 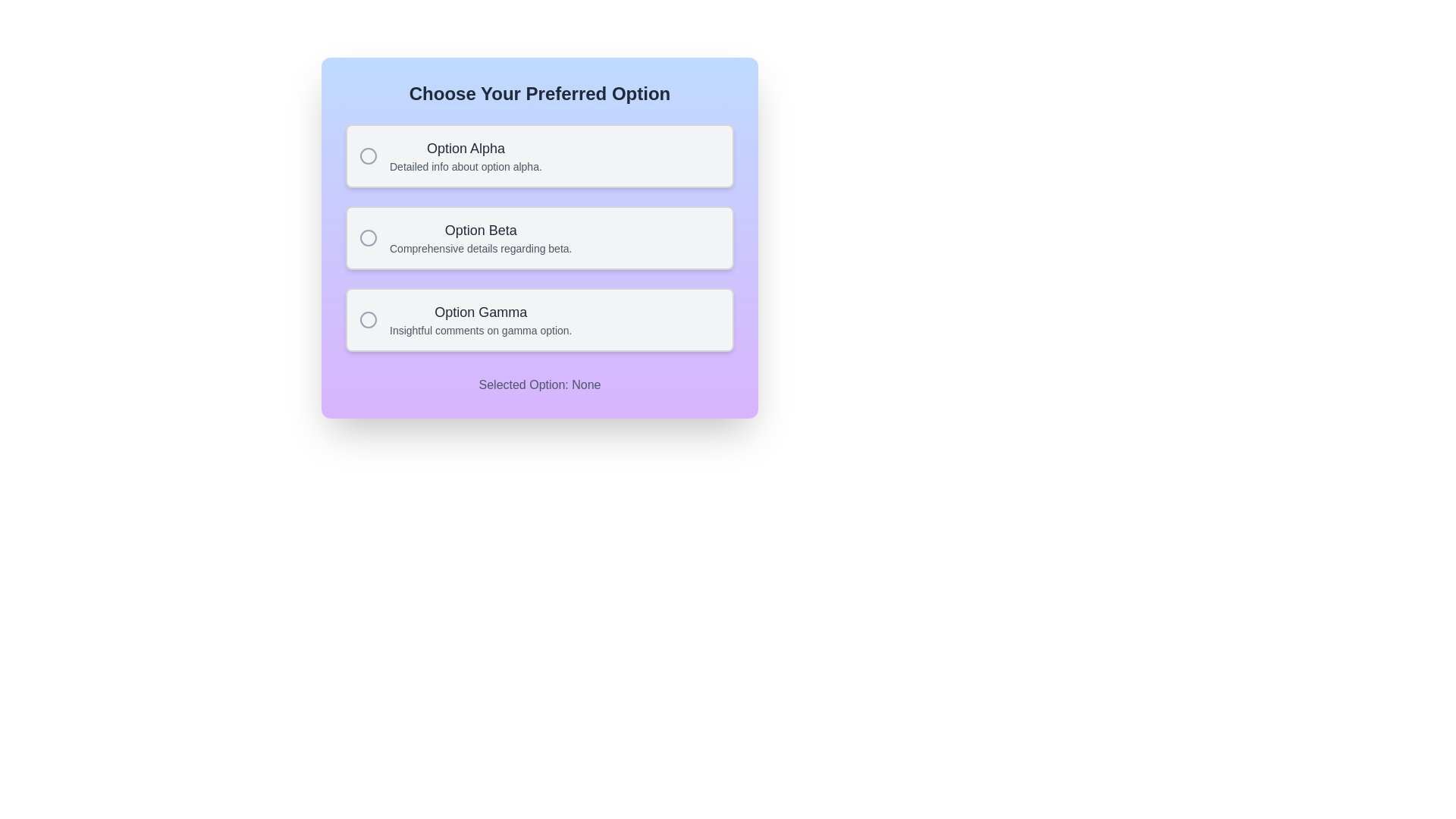 I want to click on text content displayed in the third option card labeled 'Option Gamma' within a vertically stacked list, so click(x=480, y=318).